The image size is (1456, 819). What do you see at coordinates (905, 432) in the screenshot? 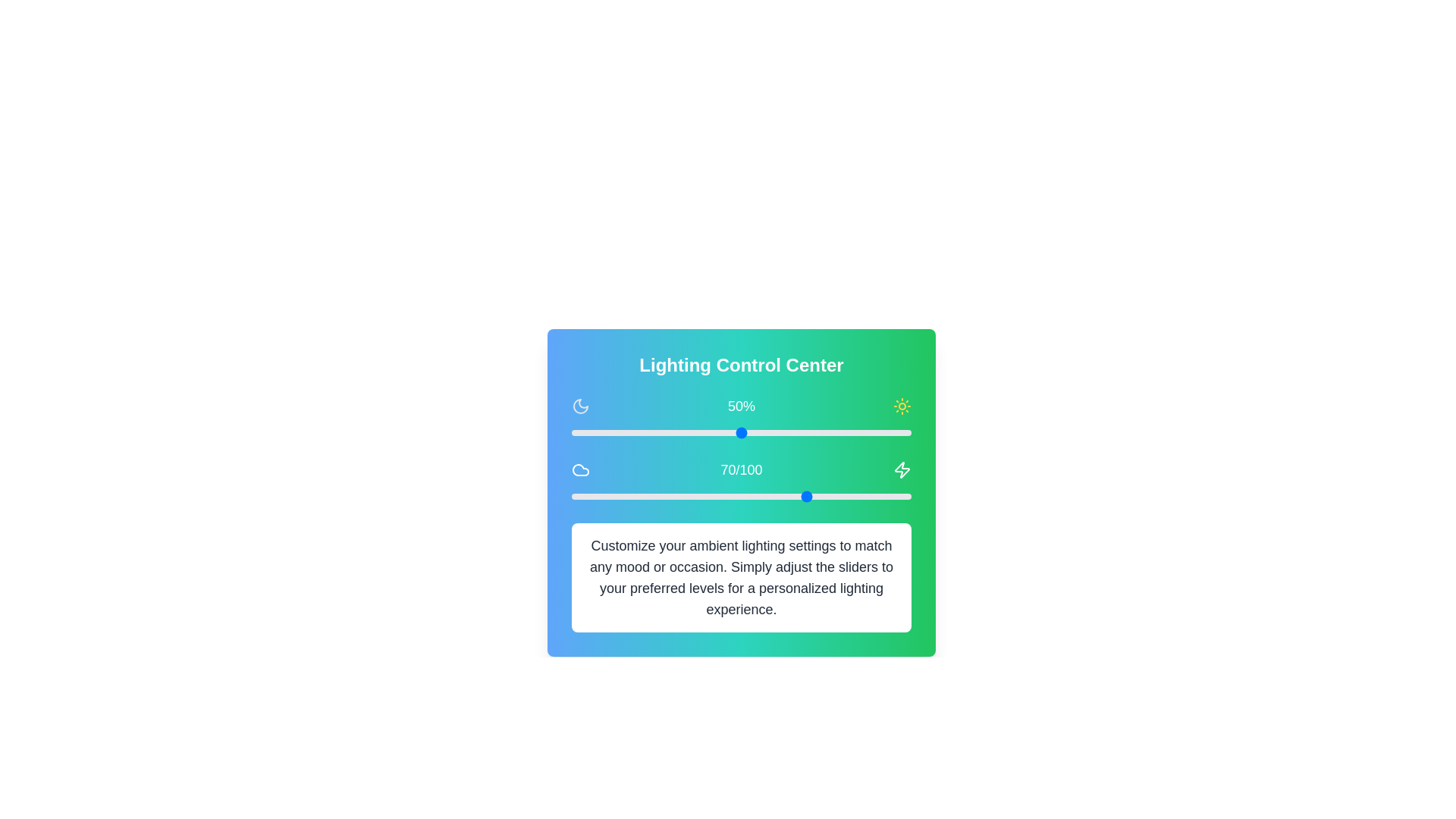
I see `the slider to set the value to 98` at bounding box center [905, 432].